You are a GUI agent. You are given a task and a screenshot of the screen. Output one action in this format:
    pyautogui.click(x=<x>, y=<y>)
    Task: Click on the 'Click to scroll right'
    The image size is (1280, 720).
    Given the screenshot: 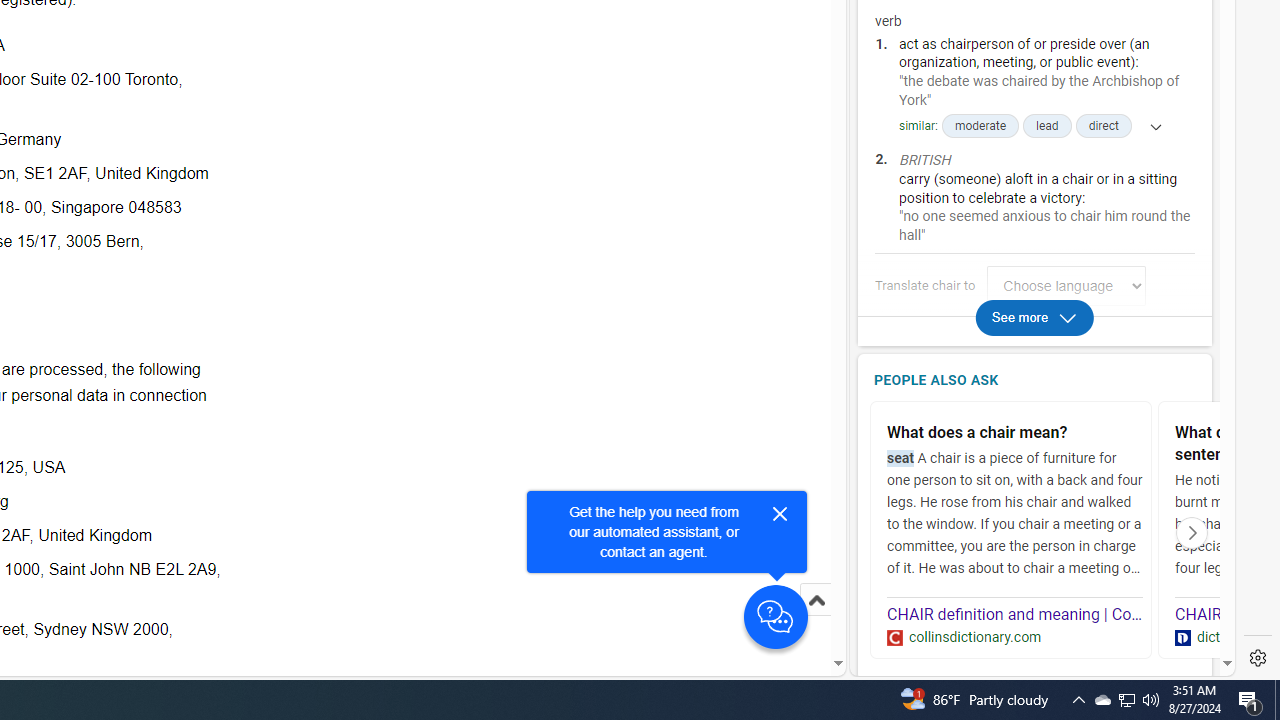 What is the action you would take?
    pyautogui.click(x=1192, y=531)
    